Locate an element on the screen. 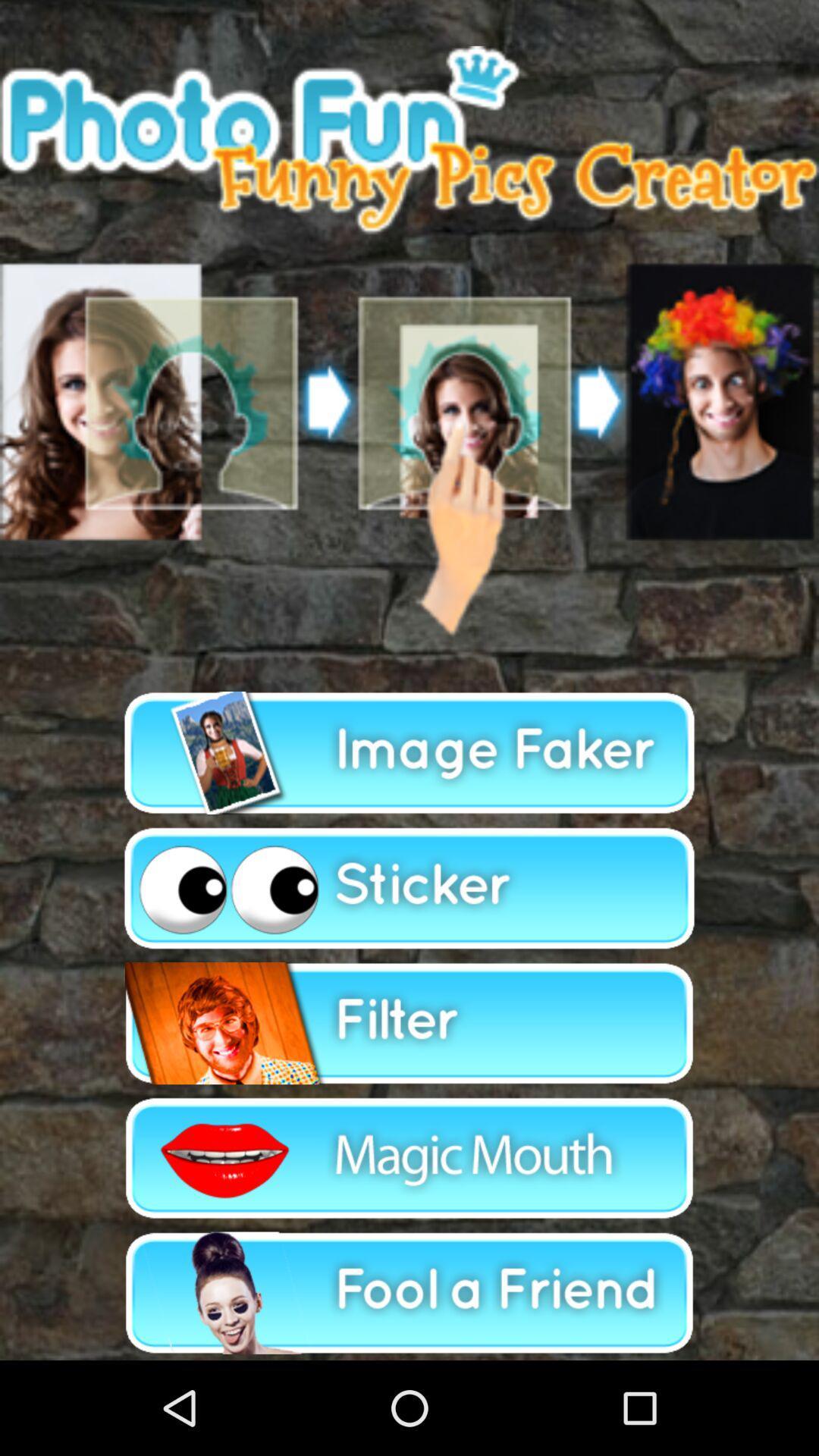  sticker page is located at coordinates (409, 888).